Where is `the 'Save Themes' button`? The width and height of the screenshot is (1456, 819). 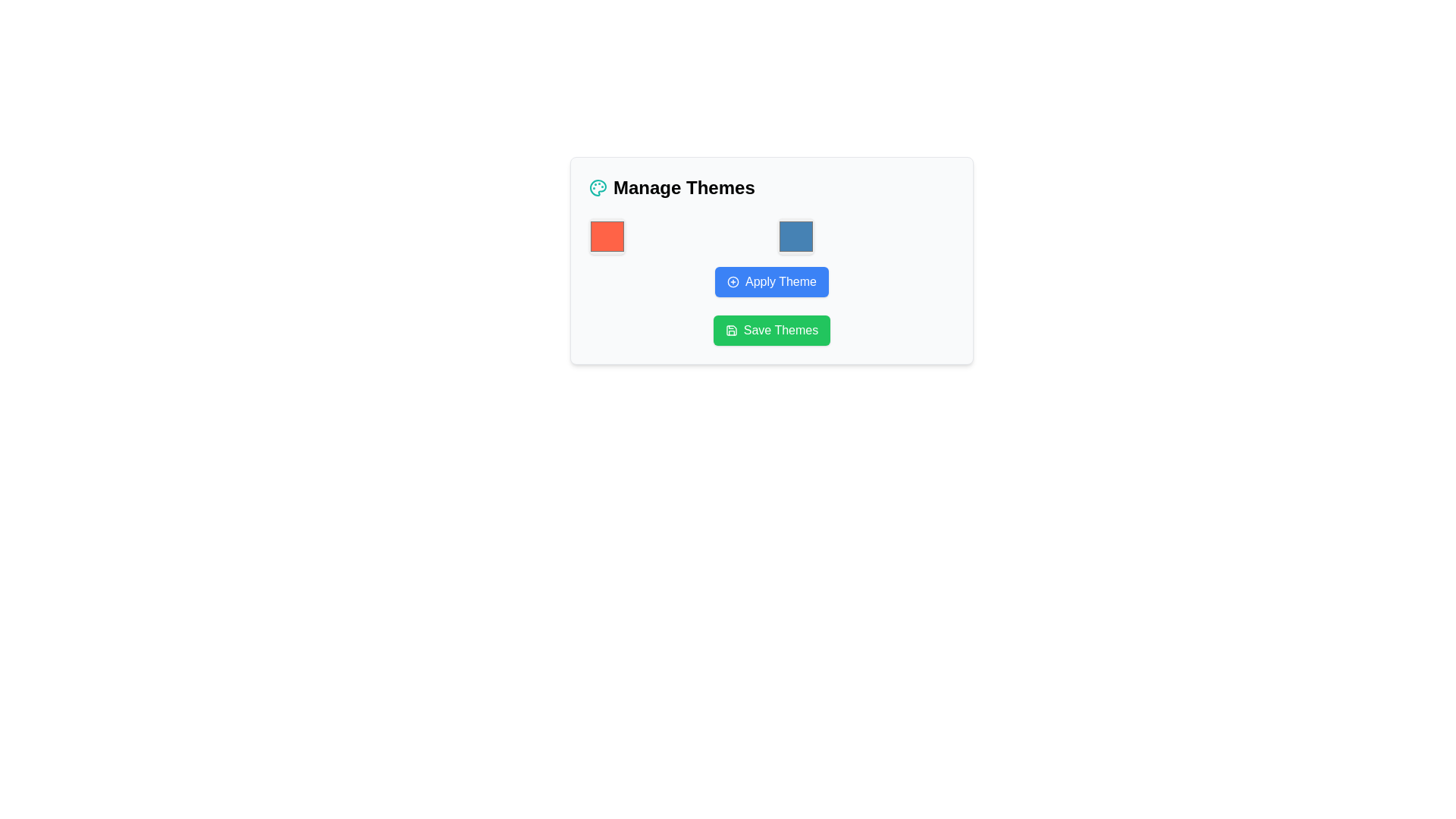
the 'Save Themes' button is located at coordinates (731, 329).